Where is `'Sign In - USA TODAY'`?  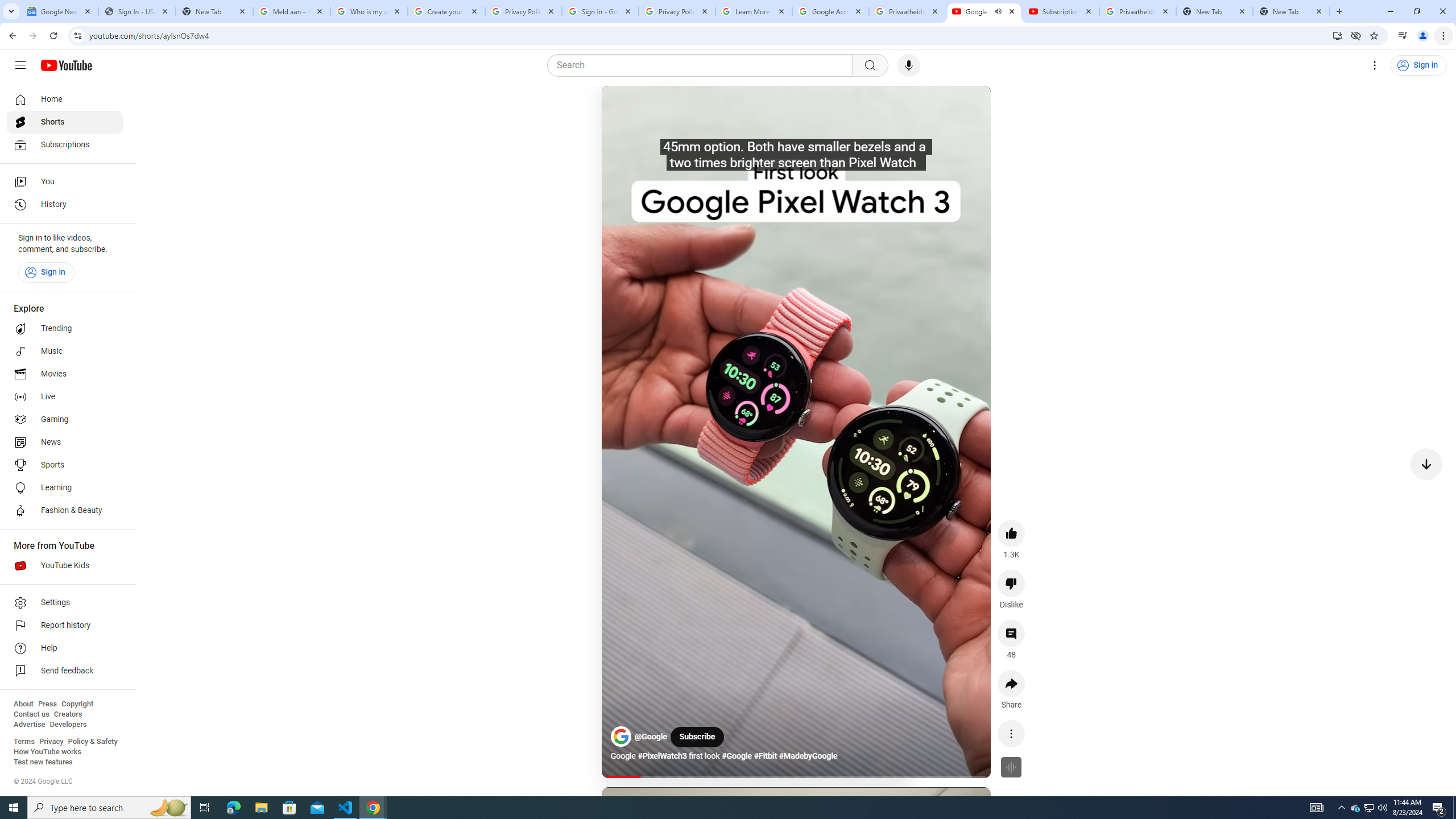 'Sign In - USA TODAY' is located at coordinates (136, 11).